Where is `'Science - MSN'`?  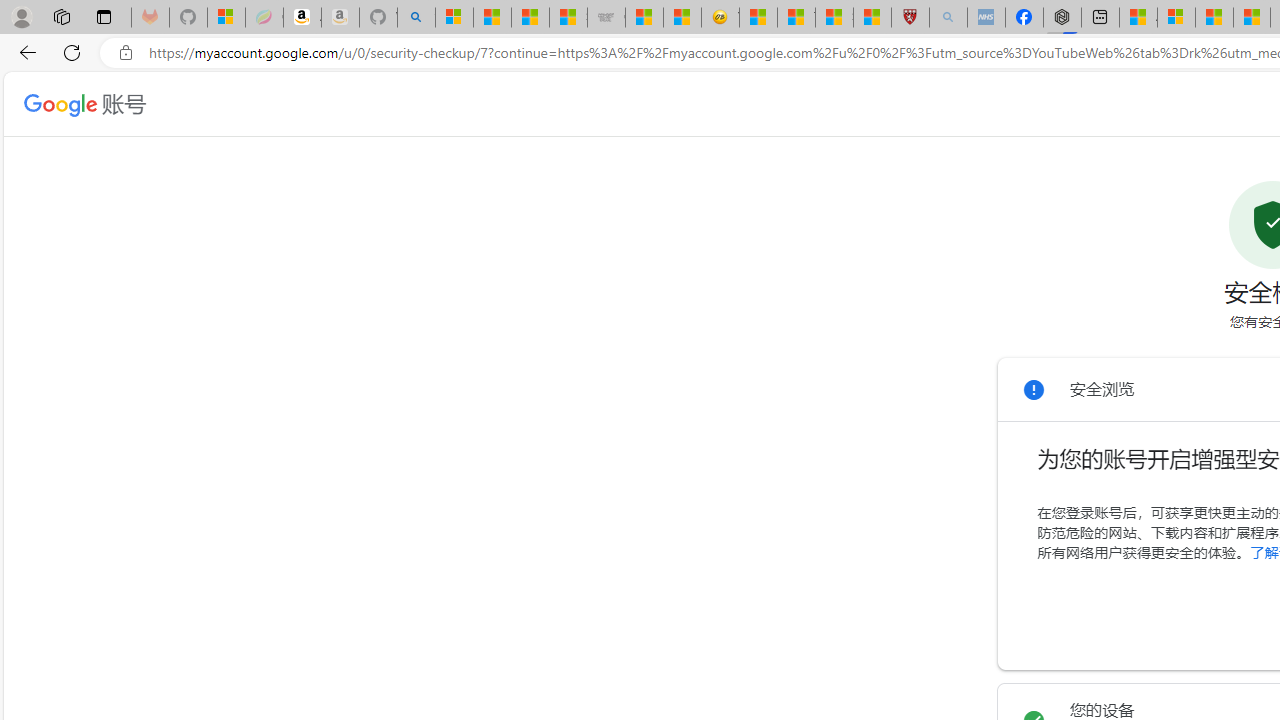 'Science - MSN' is located at coordinates (833, 17).